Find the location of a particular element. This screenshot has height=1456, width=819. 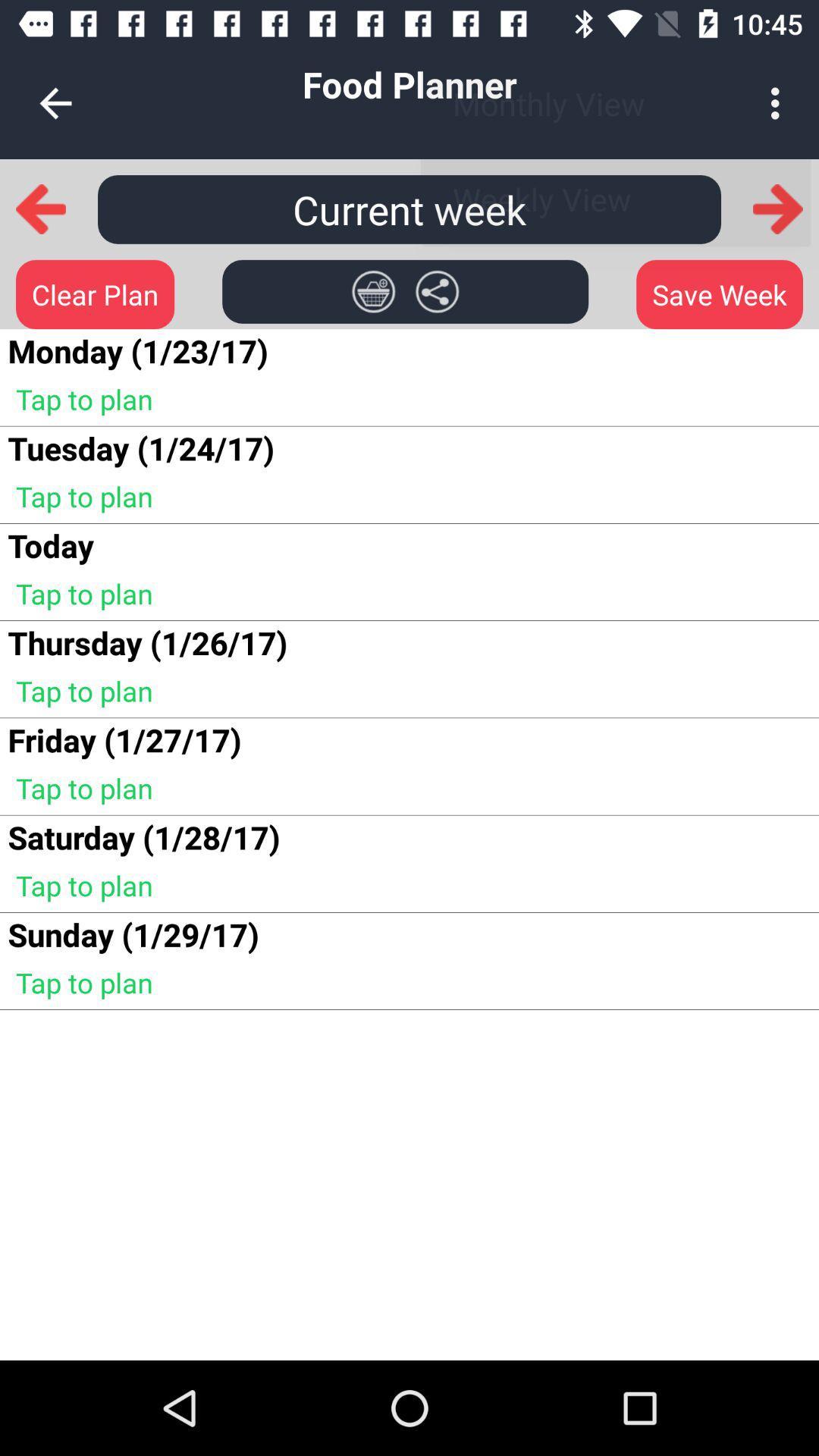

item below the current week icon is located at coordinates (373, 291).